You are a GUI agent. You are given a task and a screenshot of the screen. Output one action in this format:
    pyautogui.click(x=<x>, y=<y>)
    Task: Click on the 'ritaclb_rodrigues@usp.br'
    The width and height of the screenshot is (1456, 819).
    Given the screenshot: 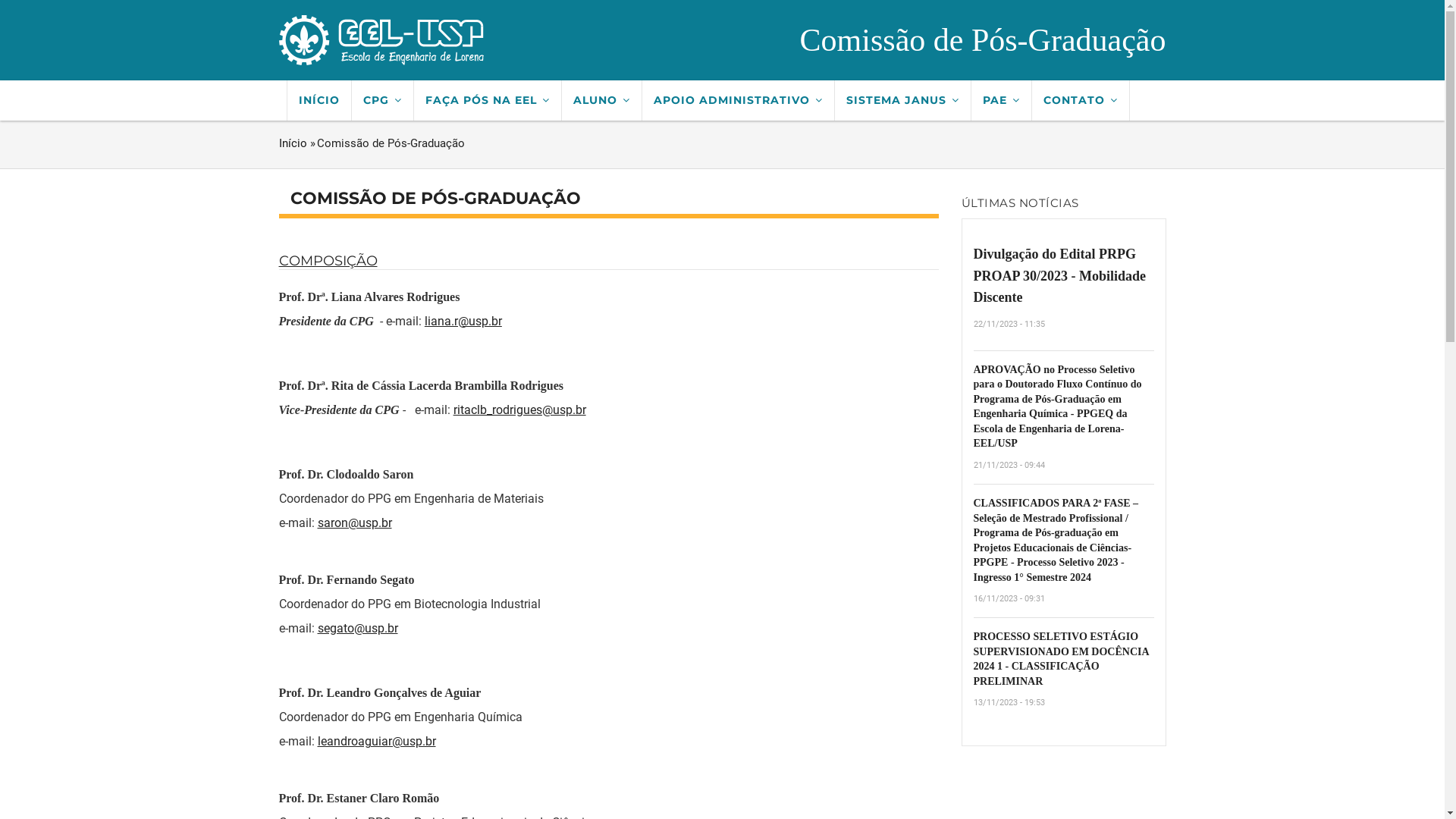 What is the action you would take?
    pyautogui.click(x=453, y=409)
    